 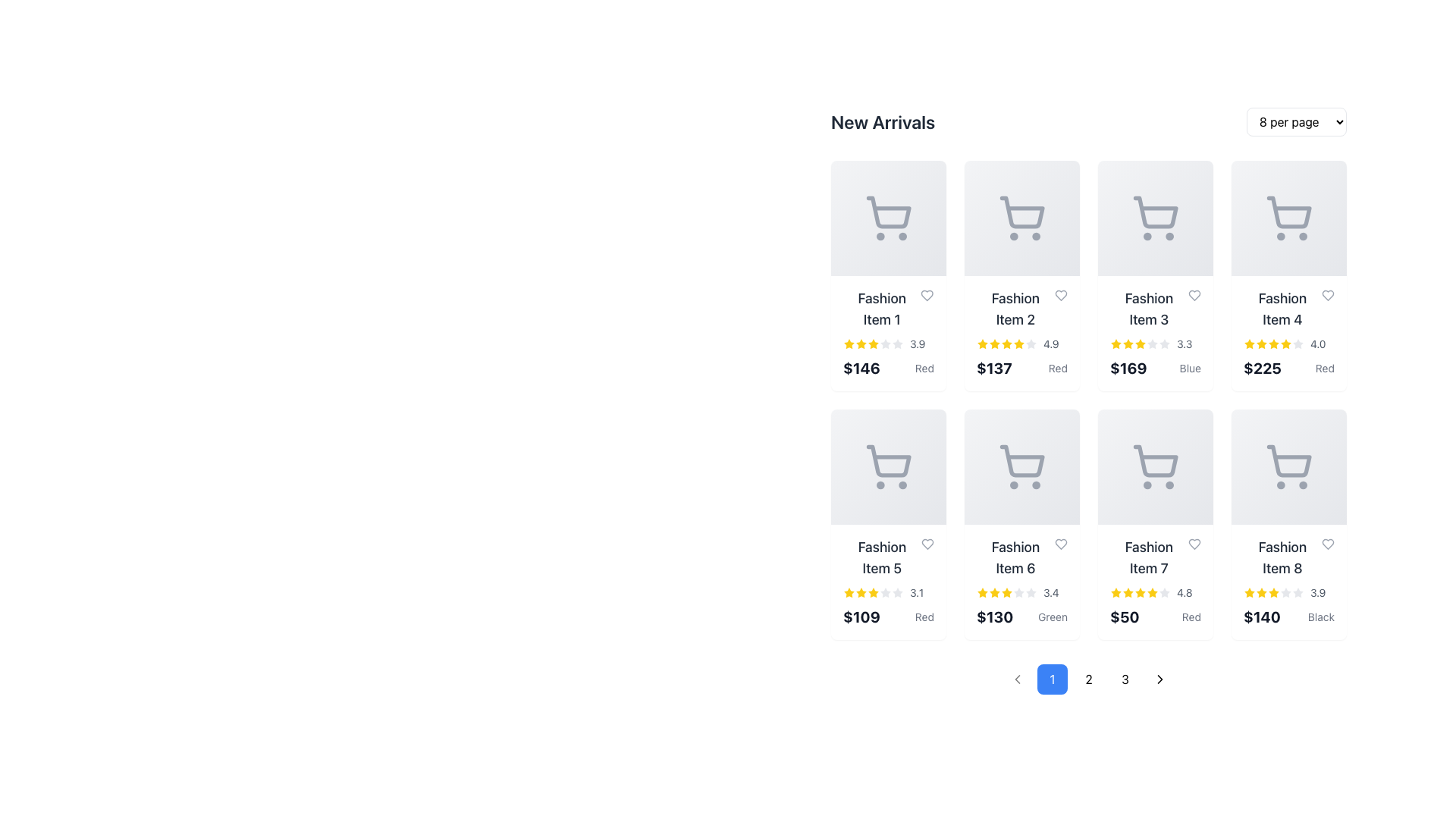 I want to click on the yellow star icon representing the second item in the top row of the product rating system, located above the price of 'Fashion Item 2', so click(x=983, y=344).